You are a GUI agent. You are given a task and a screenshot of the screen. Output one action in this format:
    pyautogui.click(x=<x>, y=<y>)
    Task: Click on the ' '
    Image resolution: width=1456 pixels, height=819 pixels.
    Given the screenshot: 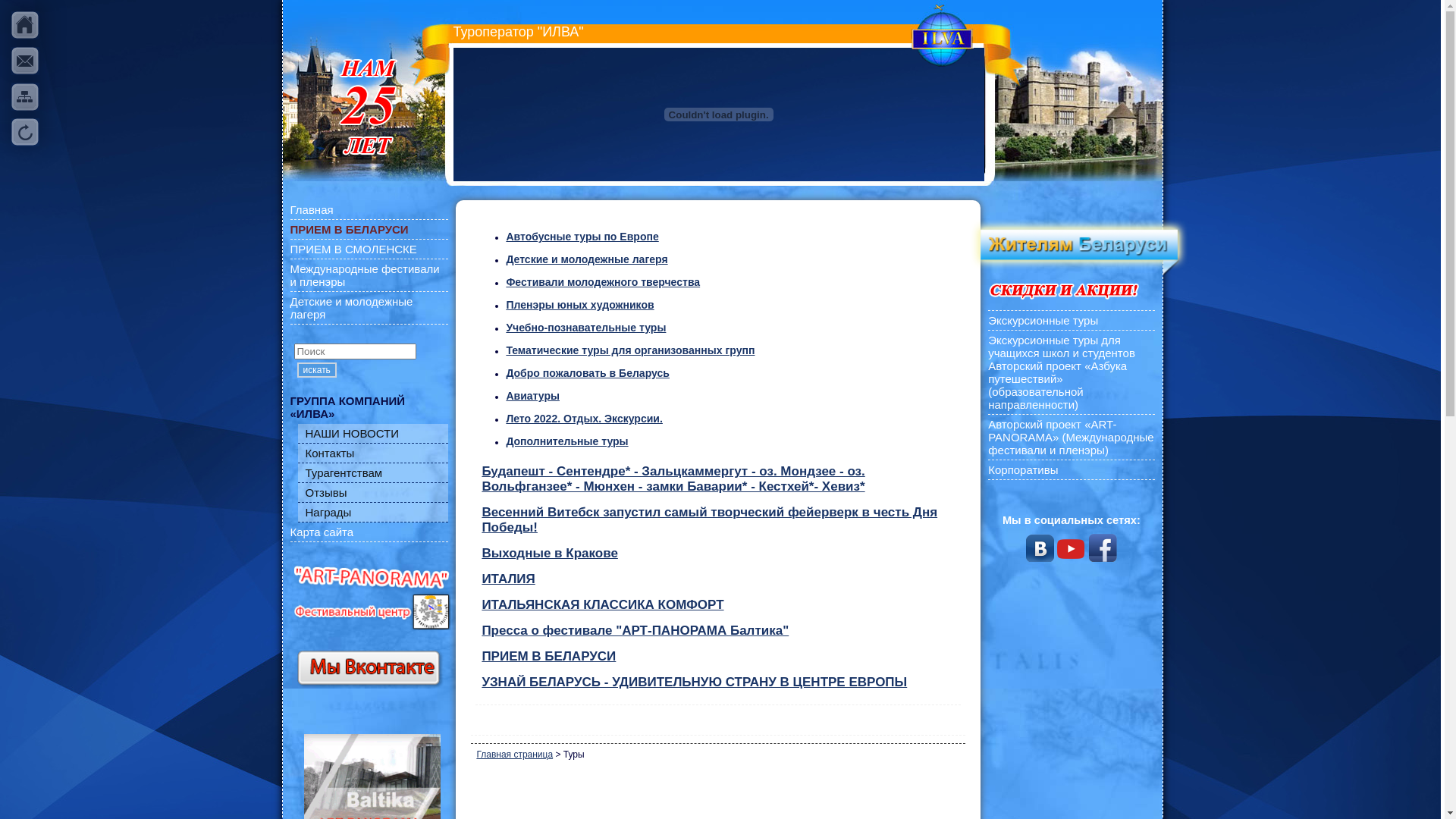 What is the action you would take?
    pyautogui.click(x=25, y=96)
    